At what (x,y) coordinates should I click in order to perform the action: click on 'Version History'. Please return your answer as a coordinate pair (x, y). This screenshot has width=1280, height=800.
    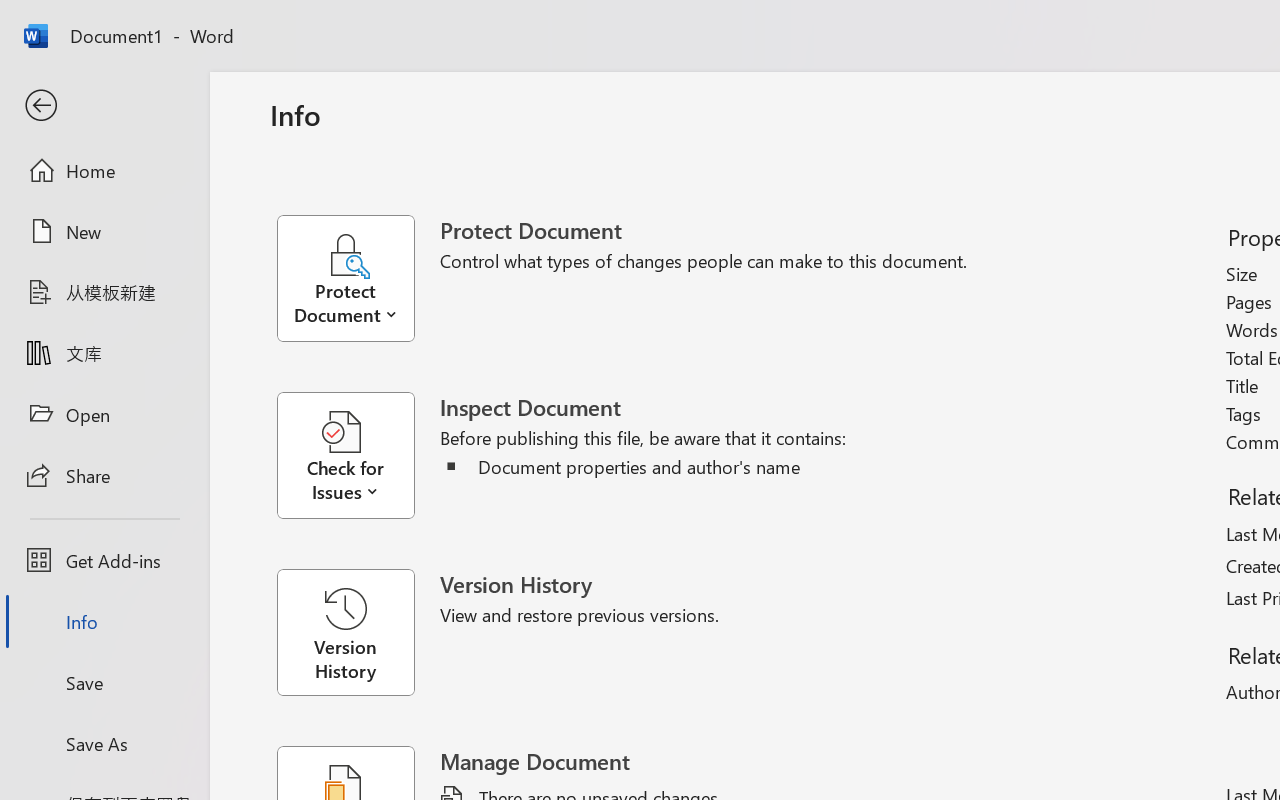
    Looking at the image, I should click on (345, 632).